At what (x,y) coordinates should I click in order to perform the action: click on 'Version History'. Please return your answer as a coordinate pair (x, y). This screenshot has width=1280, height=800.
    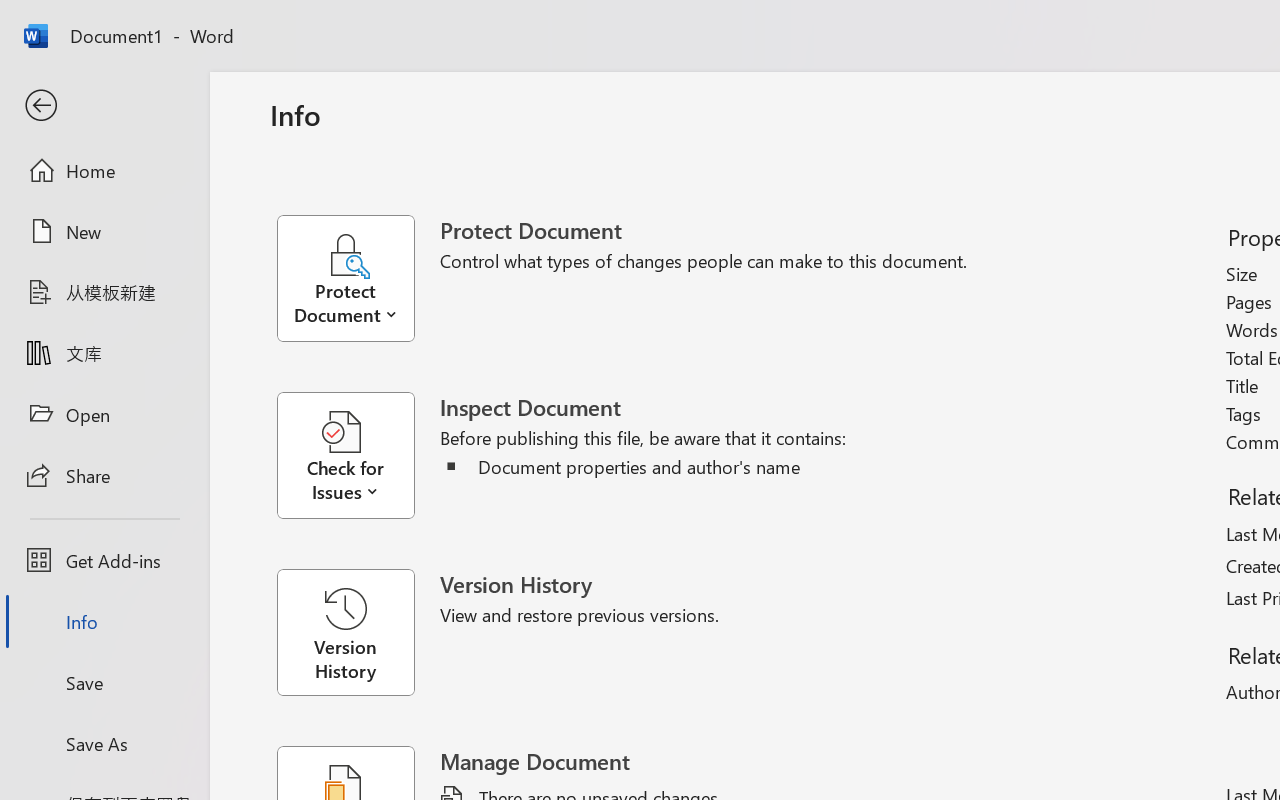
    Looking at the image, I should click on (345, 632).